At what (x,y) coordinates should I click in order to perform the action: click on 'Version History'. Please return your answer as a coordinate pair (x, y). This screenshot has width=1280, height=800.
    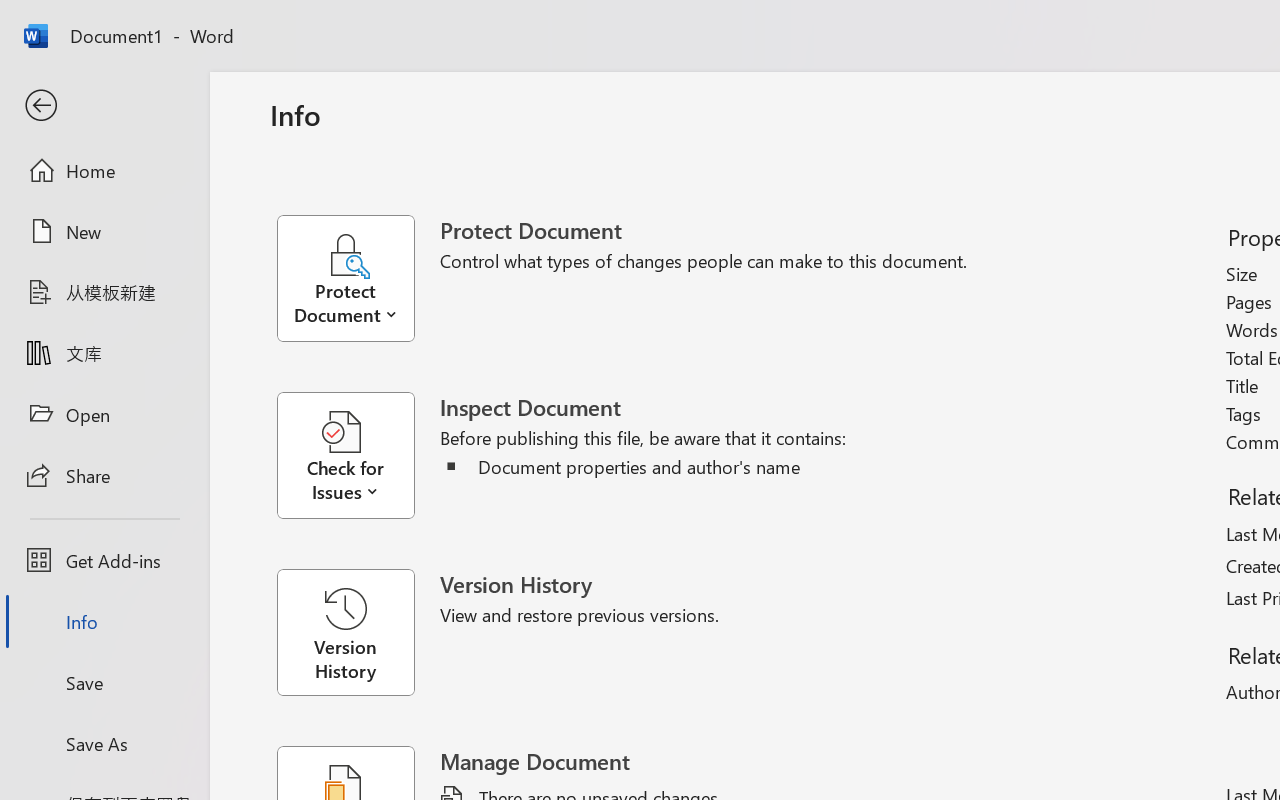
    Looking at the image, I should click on (345, 632).